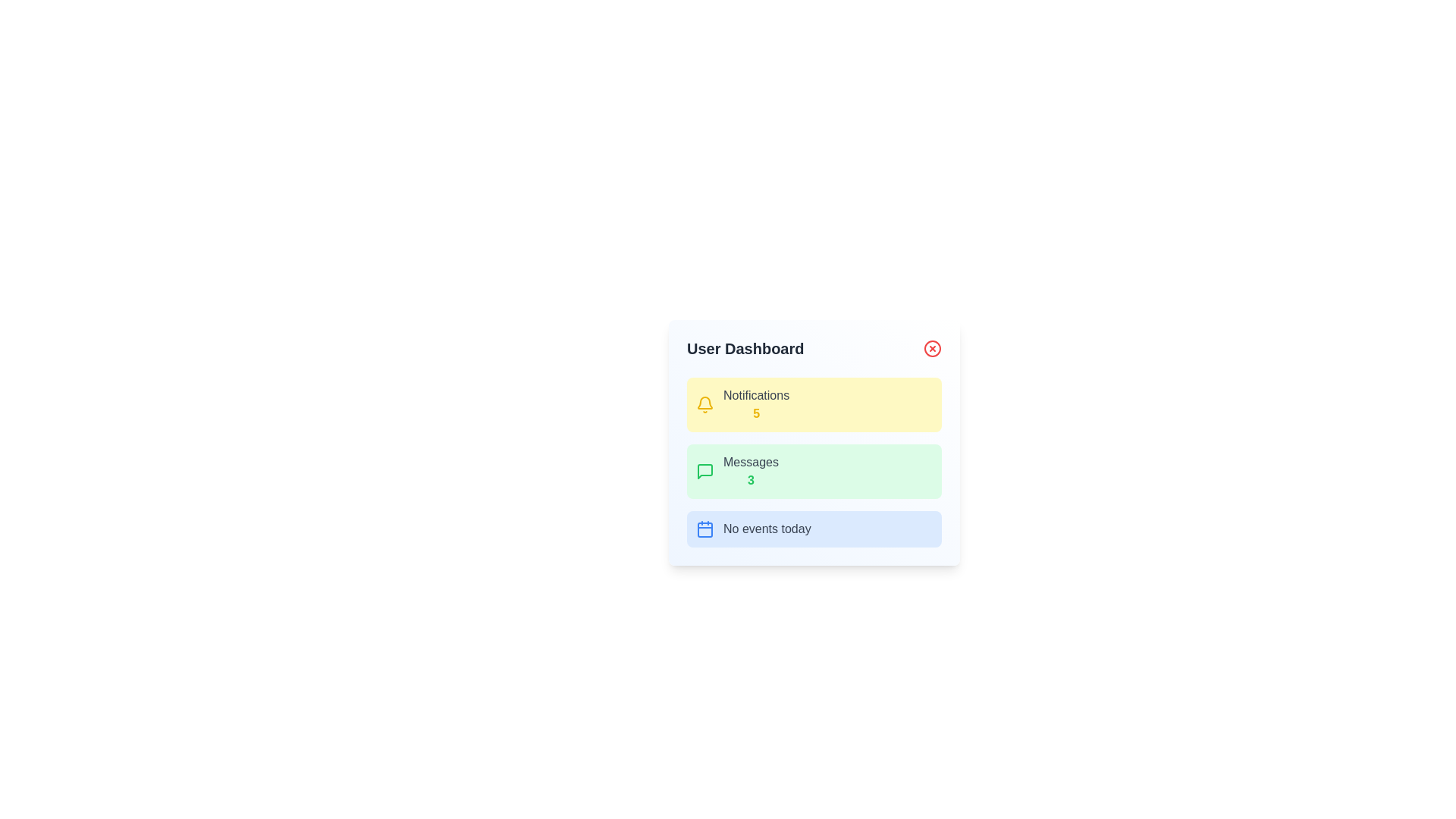 The width and height of the screenshot is (1456, 819). What do you see at coordinates (704, 470) in the screenshot?
I see `the green speech bubble-shaped icon located in the Messages section of the User Dashboard, which precedes the text 'Messages3'` at bounding box center [704, 470].